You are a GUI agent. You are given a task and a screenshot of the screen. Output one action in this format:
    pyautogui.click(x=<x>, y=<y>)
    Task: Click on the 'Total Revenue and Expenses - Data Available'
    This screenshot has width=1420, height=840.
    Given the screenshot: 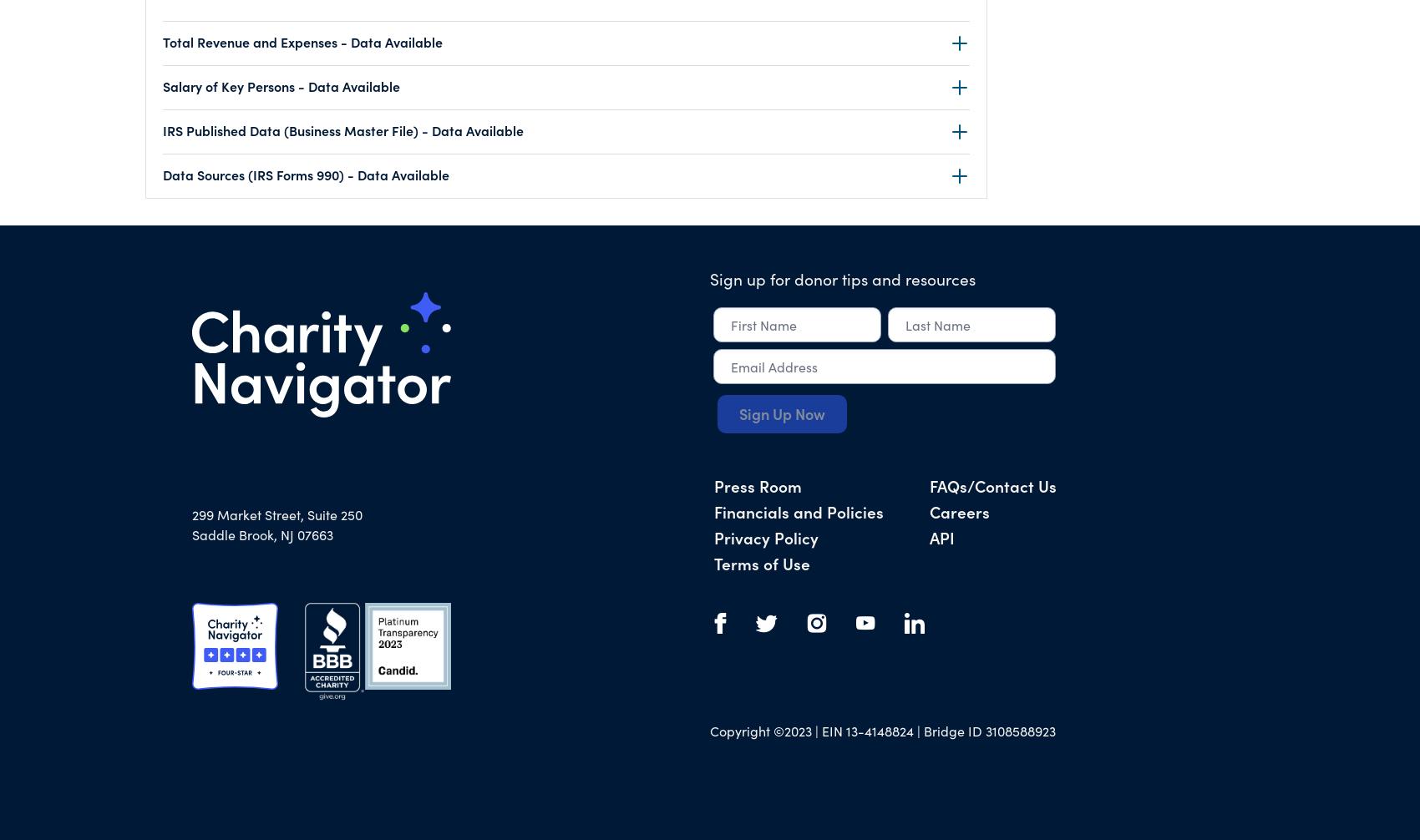 What is the action you would take?
    pyautogui.click(x=302, y=41)
    